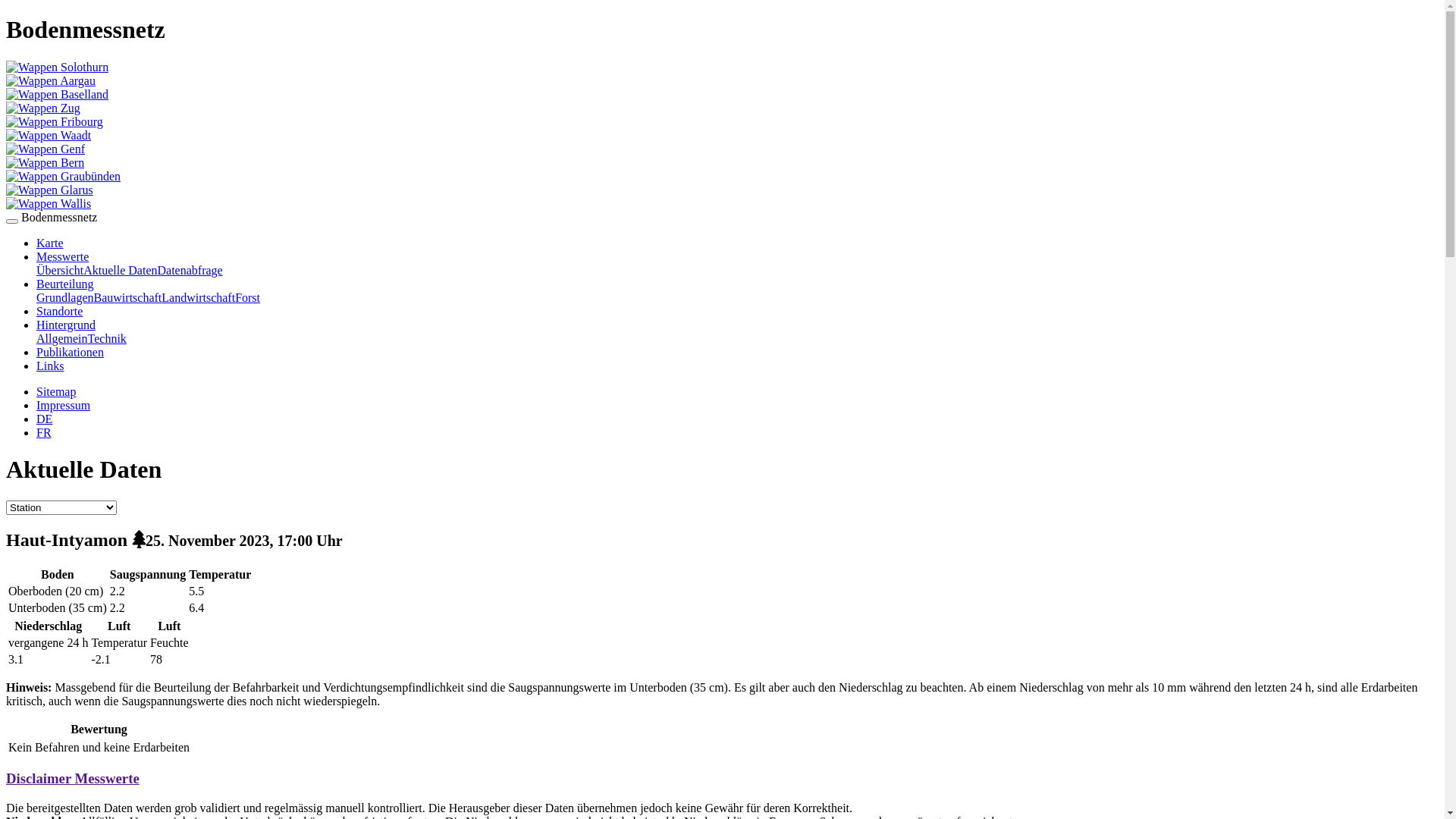 Image resolution: width=1456 pixels, height=819 pixels. What do you see at coordinates (106, 337) in the screenshot?
I see `'Technik'` at bounding box center [106, 337].